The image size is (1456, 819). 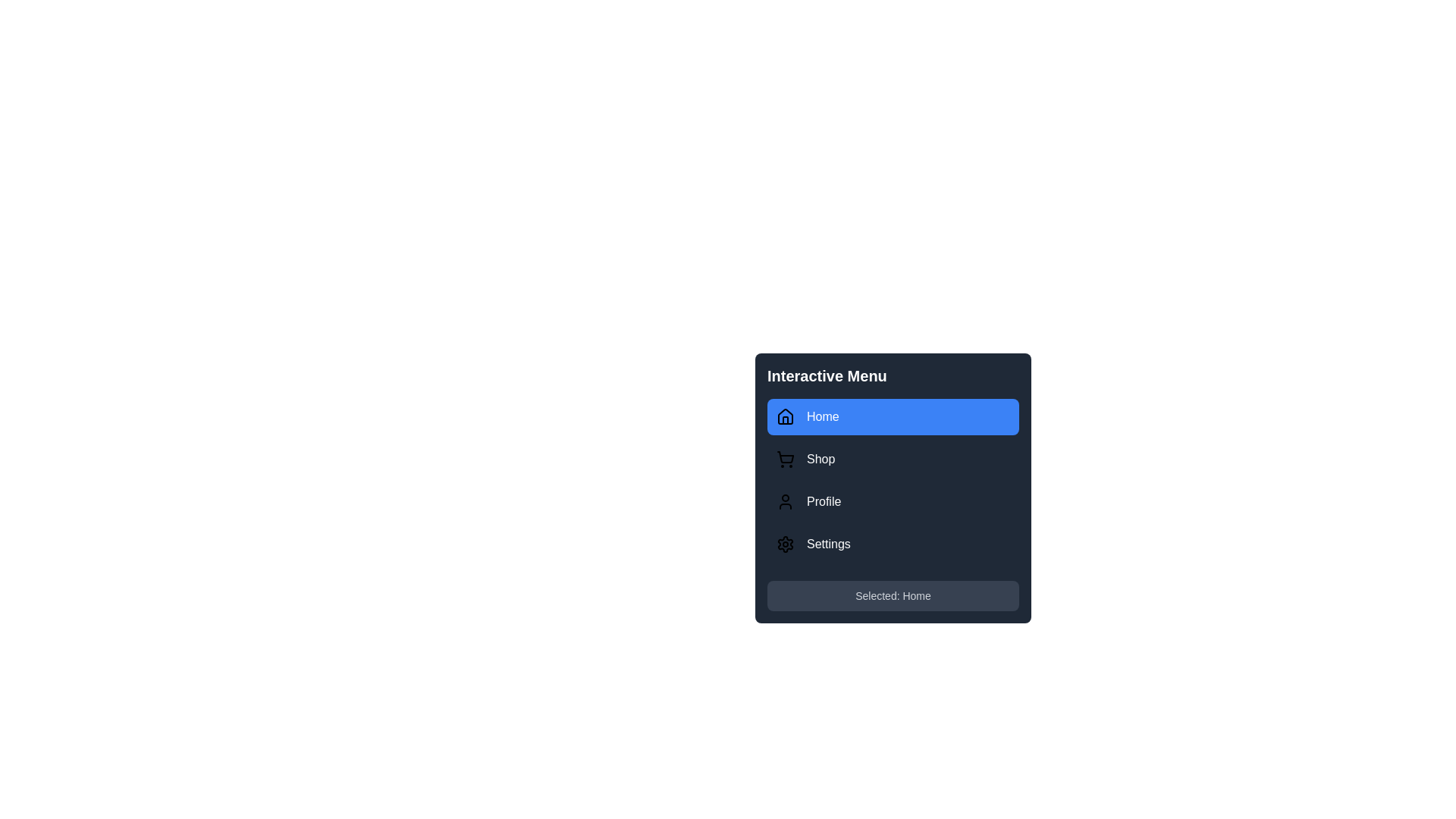 I want to click on the informational label styled in dark gray with the text 'Selected: Home' located at the bottom of the interactive menu component, so click(x=893, y=595).